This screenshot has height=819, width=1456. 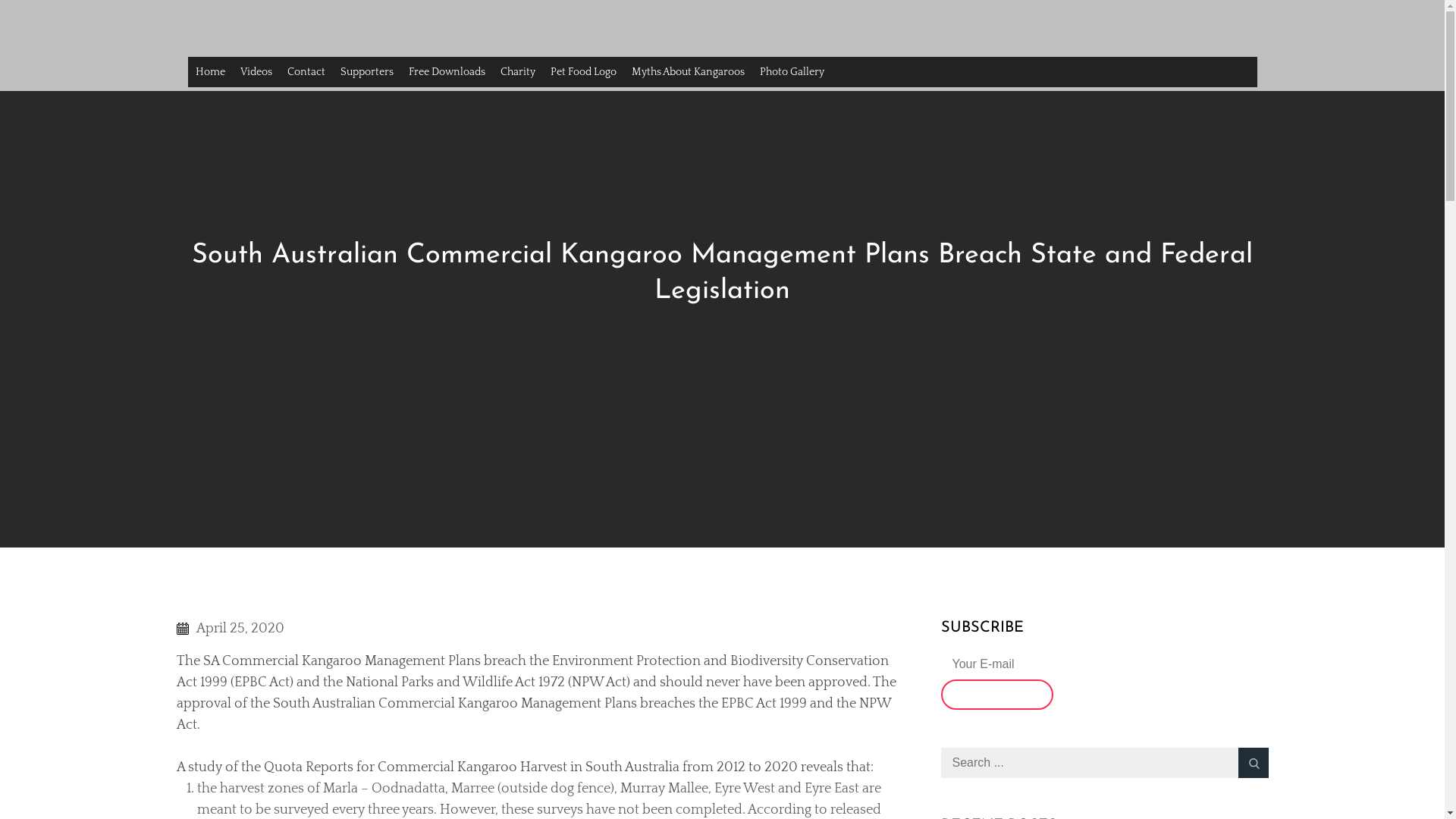 What do you see at coordinates (1252, 763) in the screenshot?
I see `'Search'` at bounding box center [1252, 763].